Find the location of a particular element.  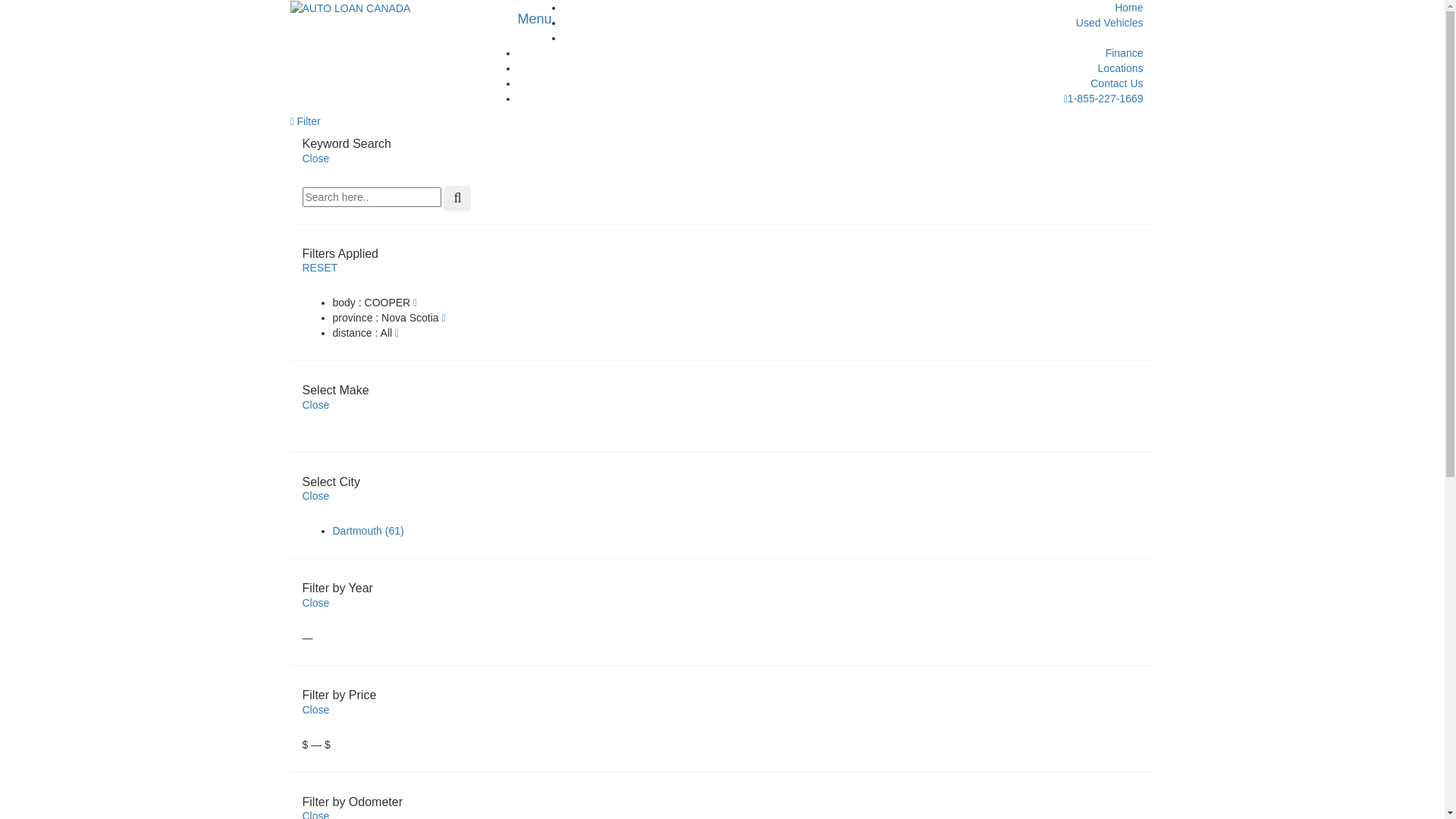

'Close' is located at coordinates (315, 158).